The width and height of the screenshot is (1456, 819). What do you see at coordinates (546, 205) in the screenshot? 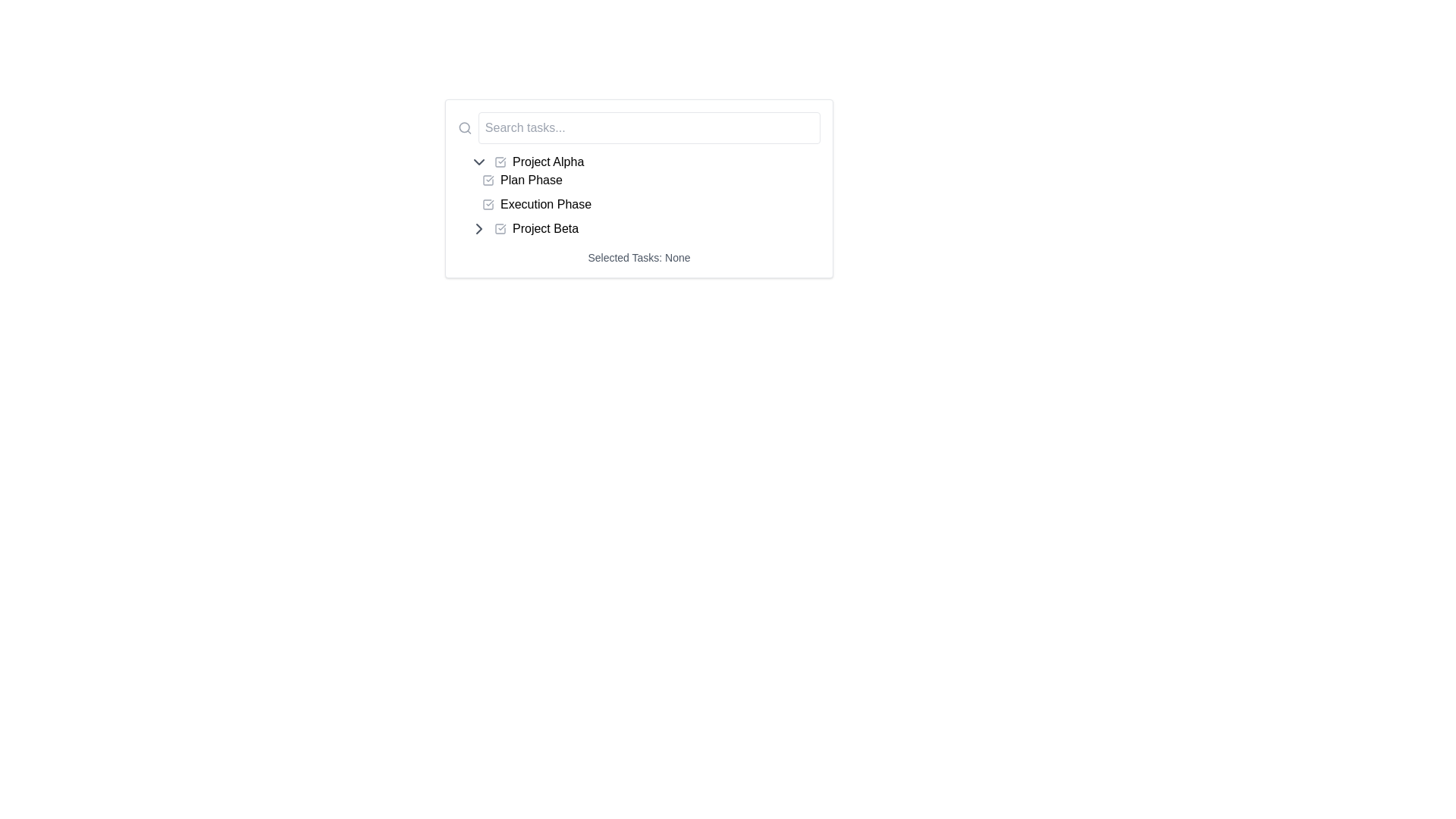
I see `the text label indicating the task phase within the project task breakdown, which is located near the center-right of the task tree under 'Project Alpha.'` at bounding box center [546, 205].